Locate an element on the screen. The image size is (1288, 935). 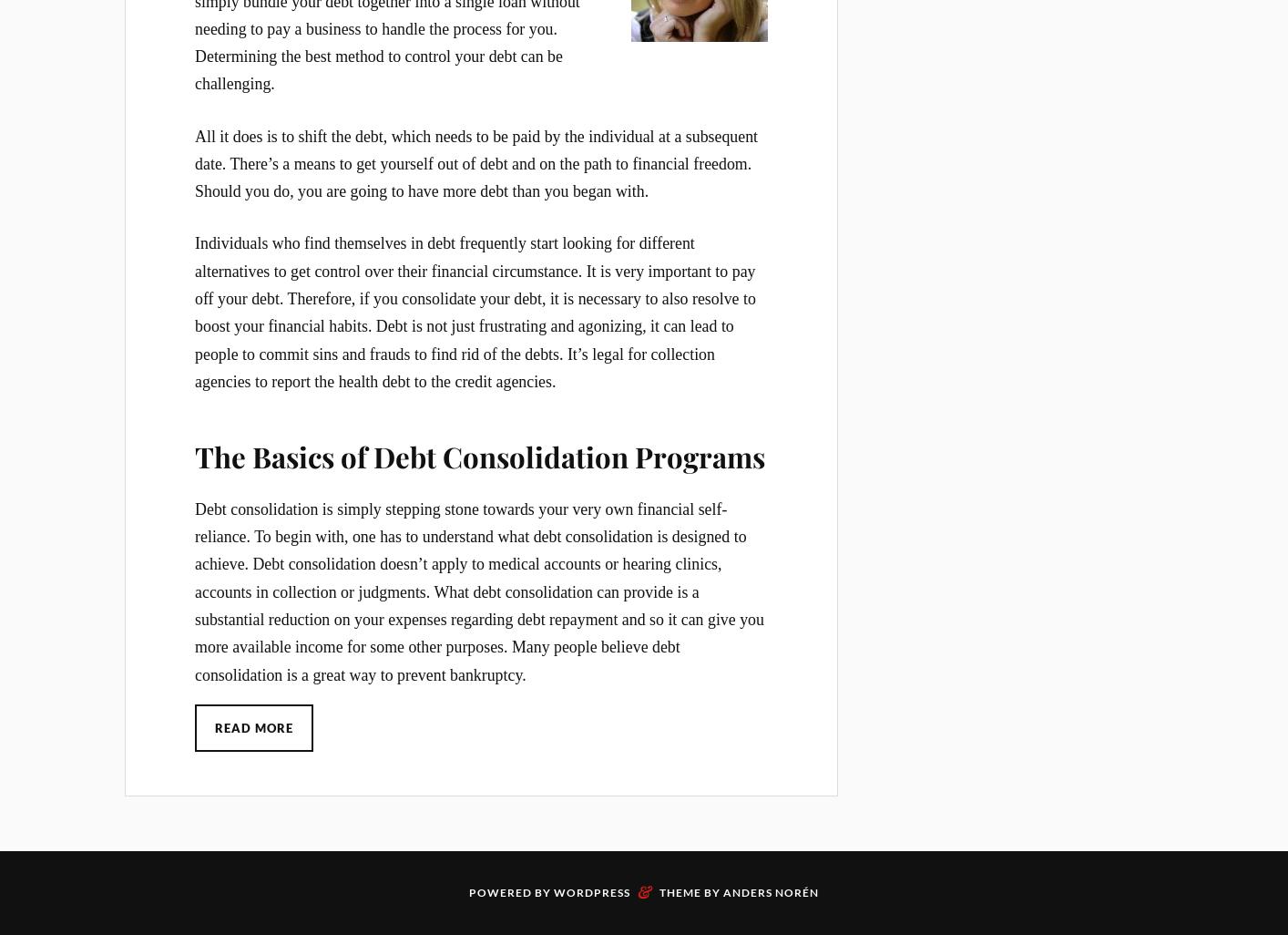
'Read More' is located at coordinates (253, 726).